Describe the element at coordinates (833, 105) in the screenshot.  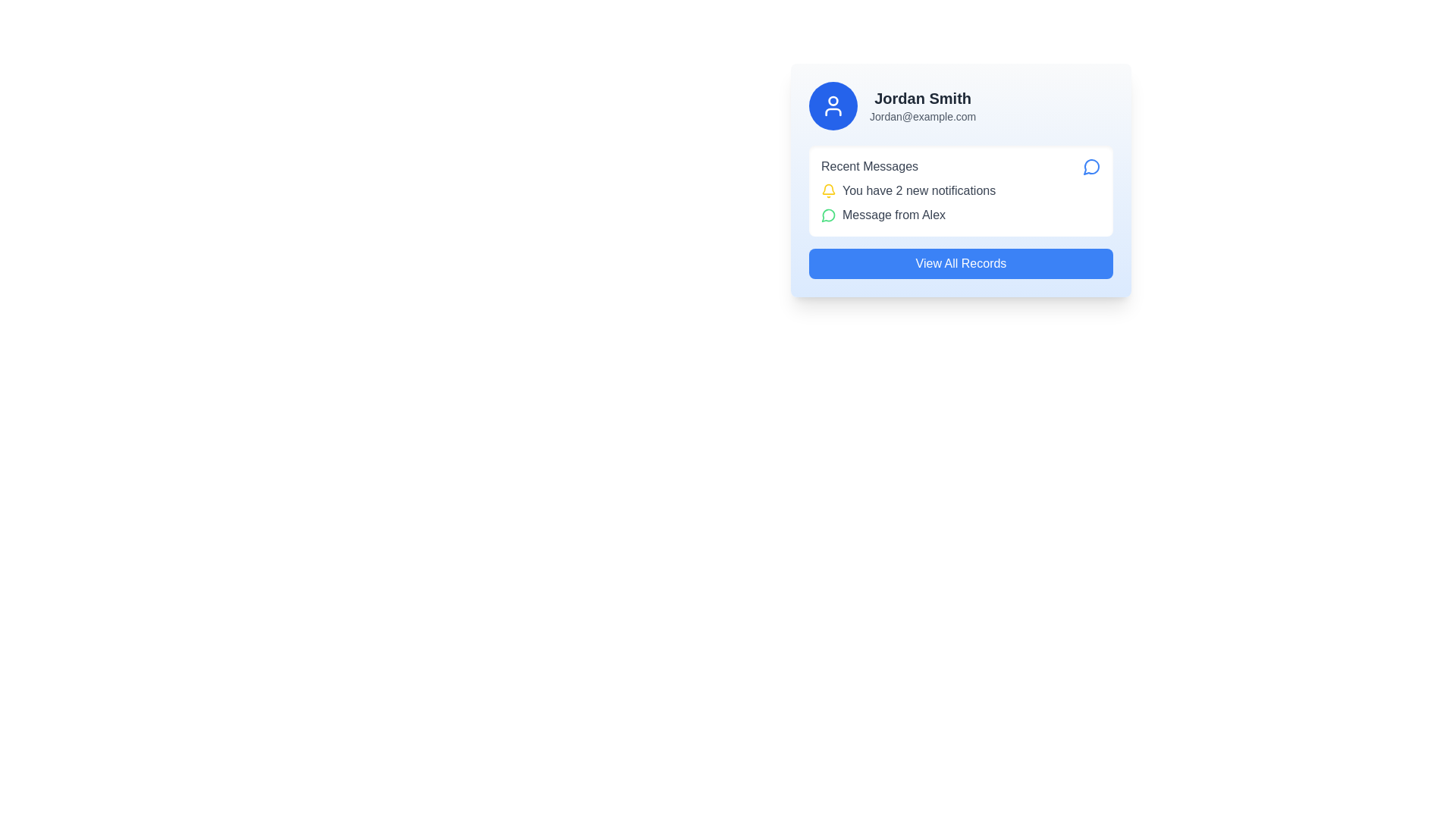
I see `the user icon, which is a circular icon with a blue background and a white border, located at the top-left corner of the user card` at that location.